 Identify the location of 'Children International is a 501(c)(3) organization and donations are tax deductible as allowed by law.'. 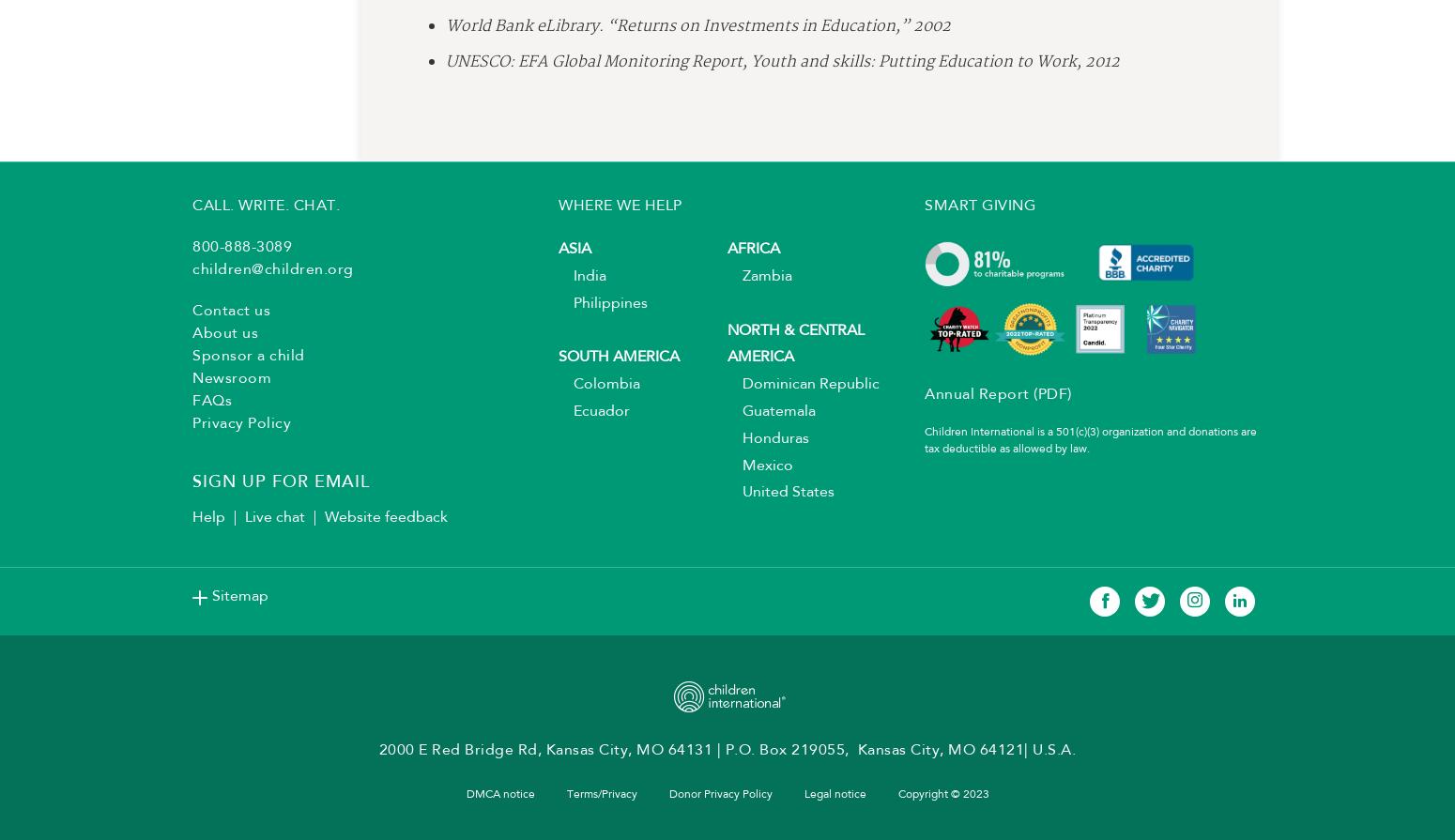
(924, 447).